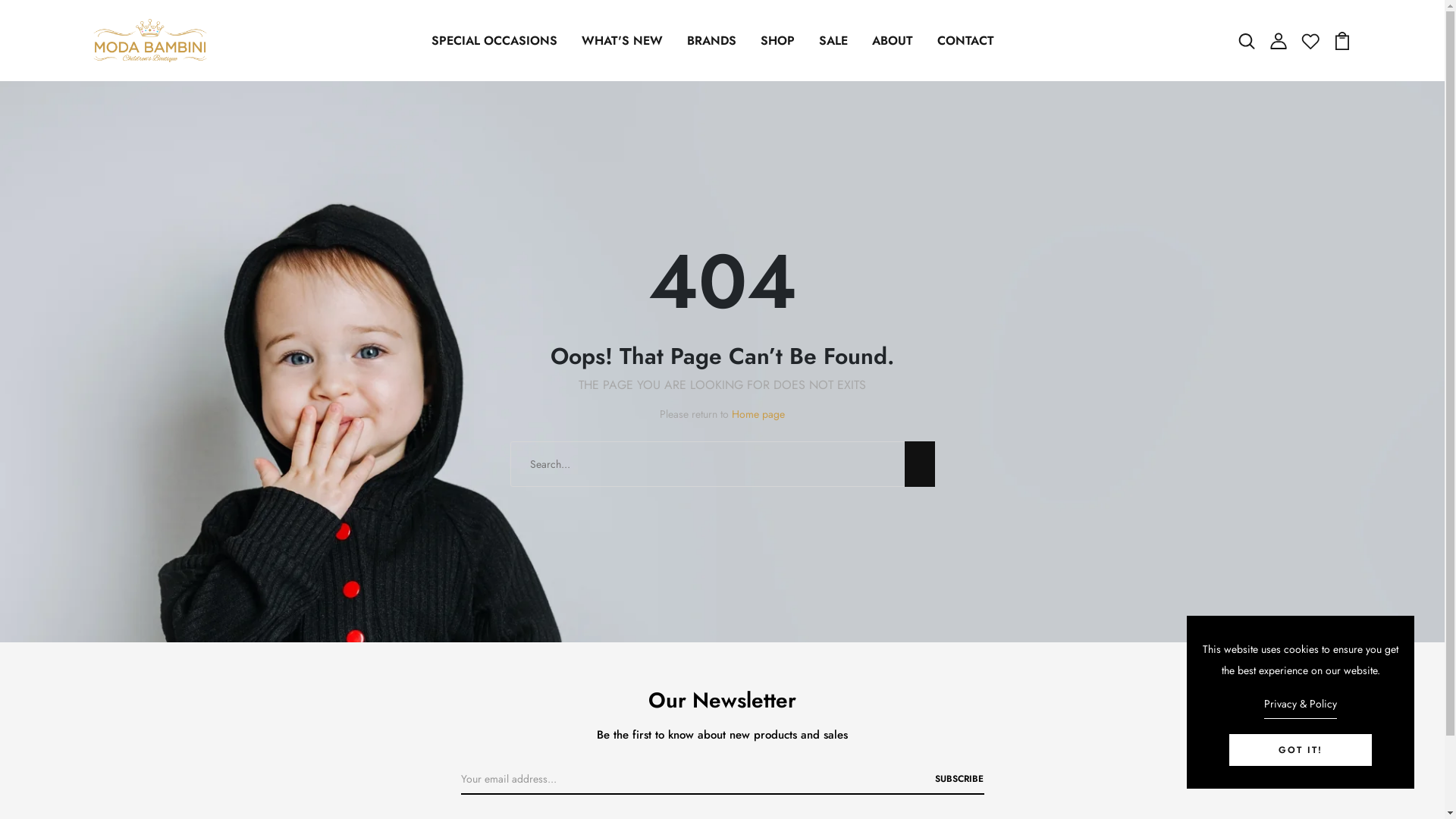  Describe the element at coordinates (1229, 748) in the screenshot. I see `'GOT IT!'` at that location.